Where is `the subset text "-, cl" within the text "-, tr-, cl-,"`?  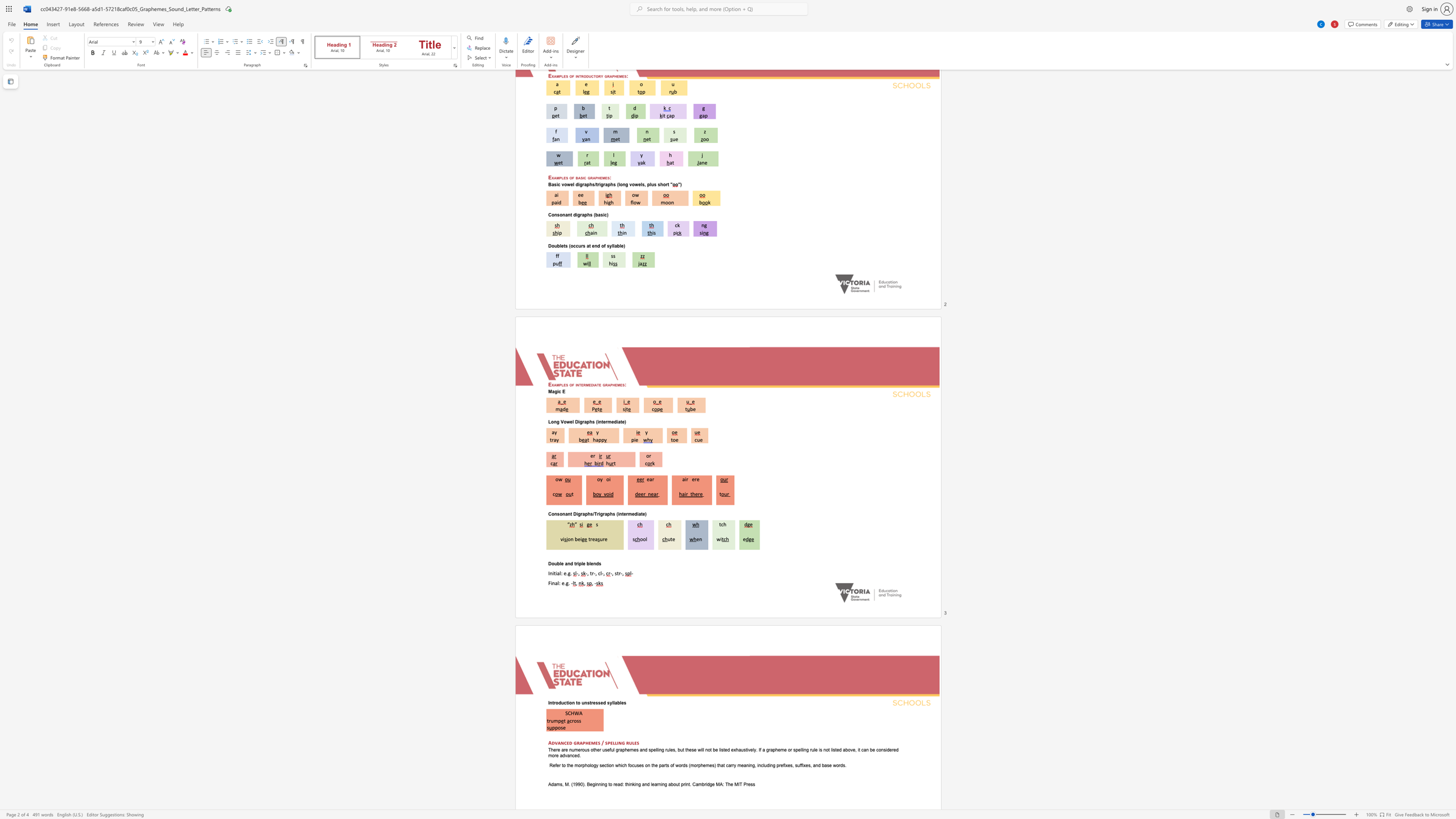
the subset text "-, cl" within the text "-, tr-, cl-," is located at coordinates (593, 573).